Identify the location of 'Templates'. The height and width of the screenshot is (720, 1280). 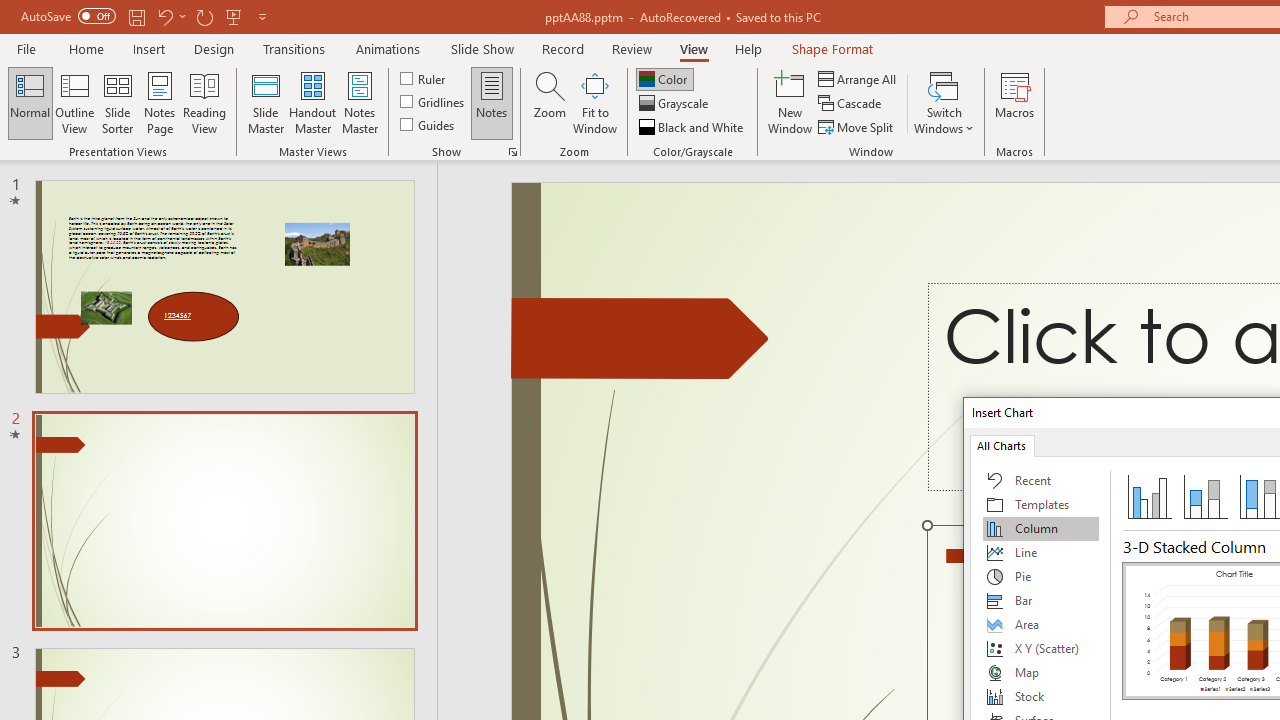
(1040, 504).